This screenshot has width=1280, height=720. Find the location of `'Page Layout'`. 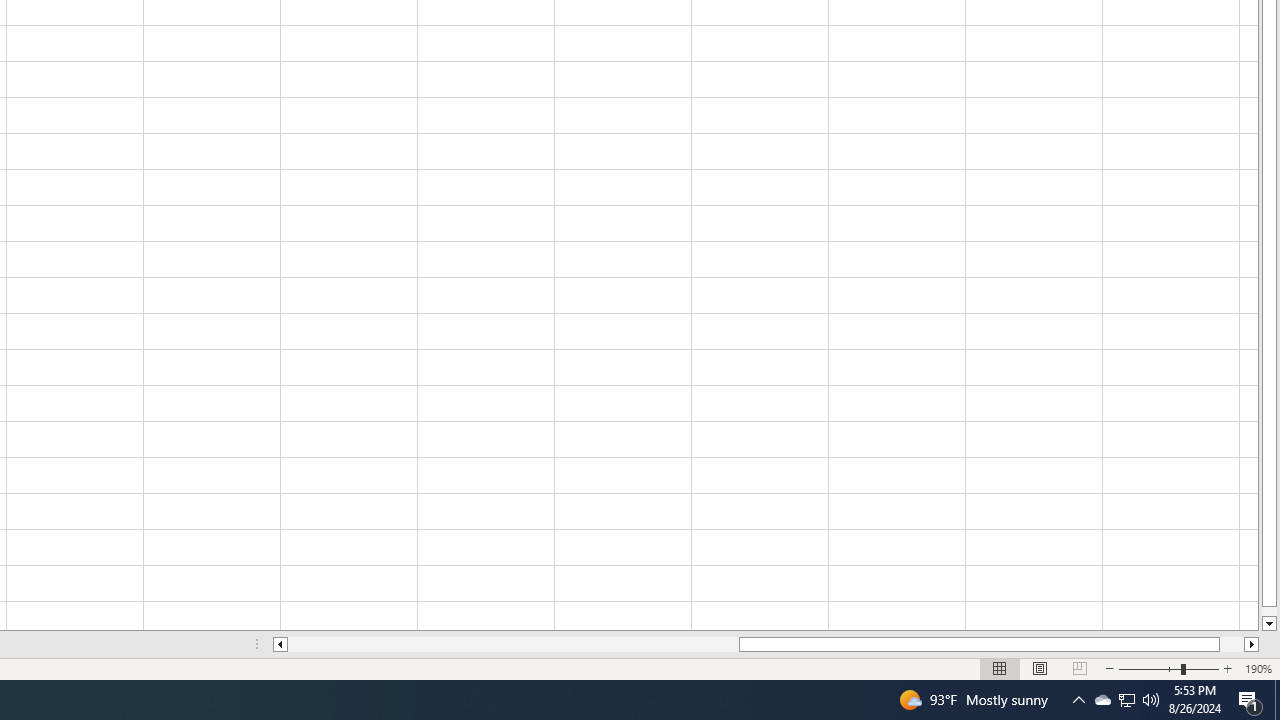

'Page Layout' is located at coordinates (1040, 669).